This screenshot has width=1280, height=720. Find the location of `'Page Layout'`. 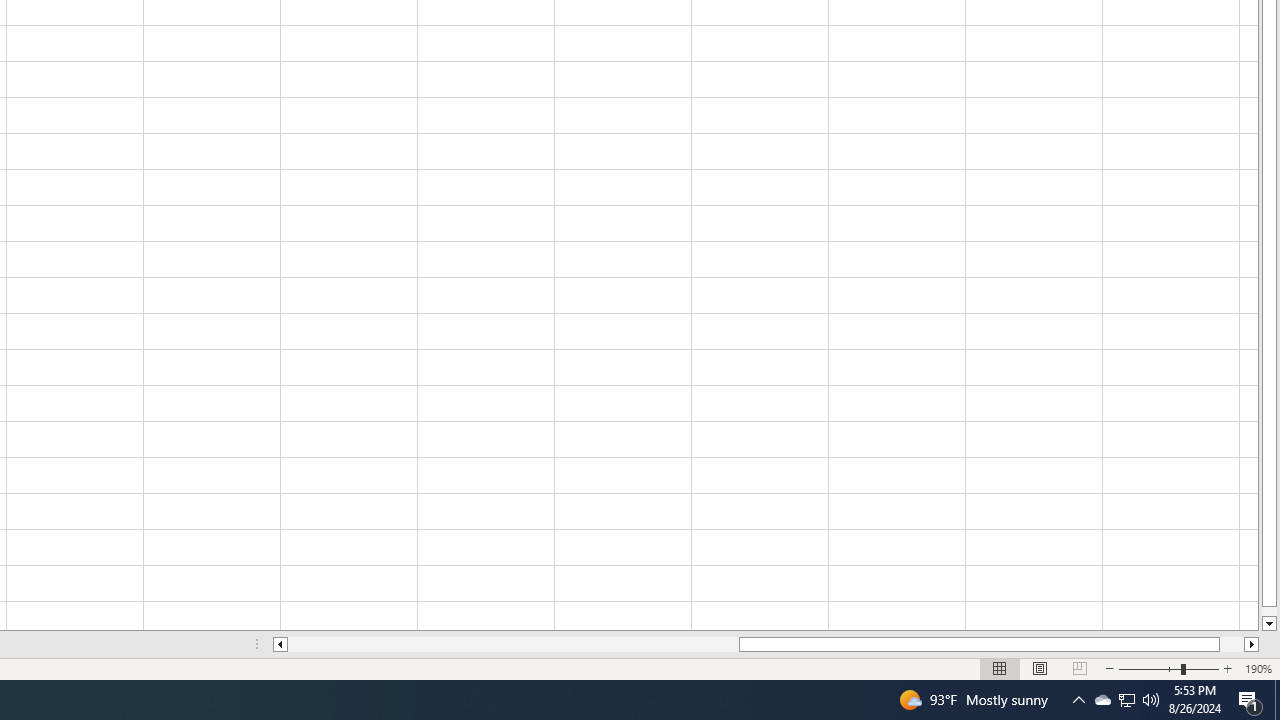

'Page Layout' is located at coordinates (1040, 669).